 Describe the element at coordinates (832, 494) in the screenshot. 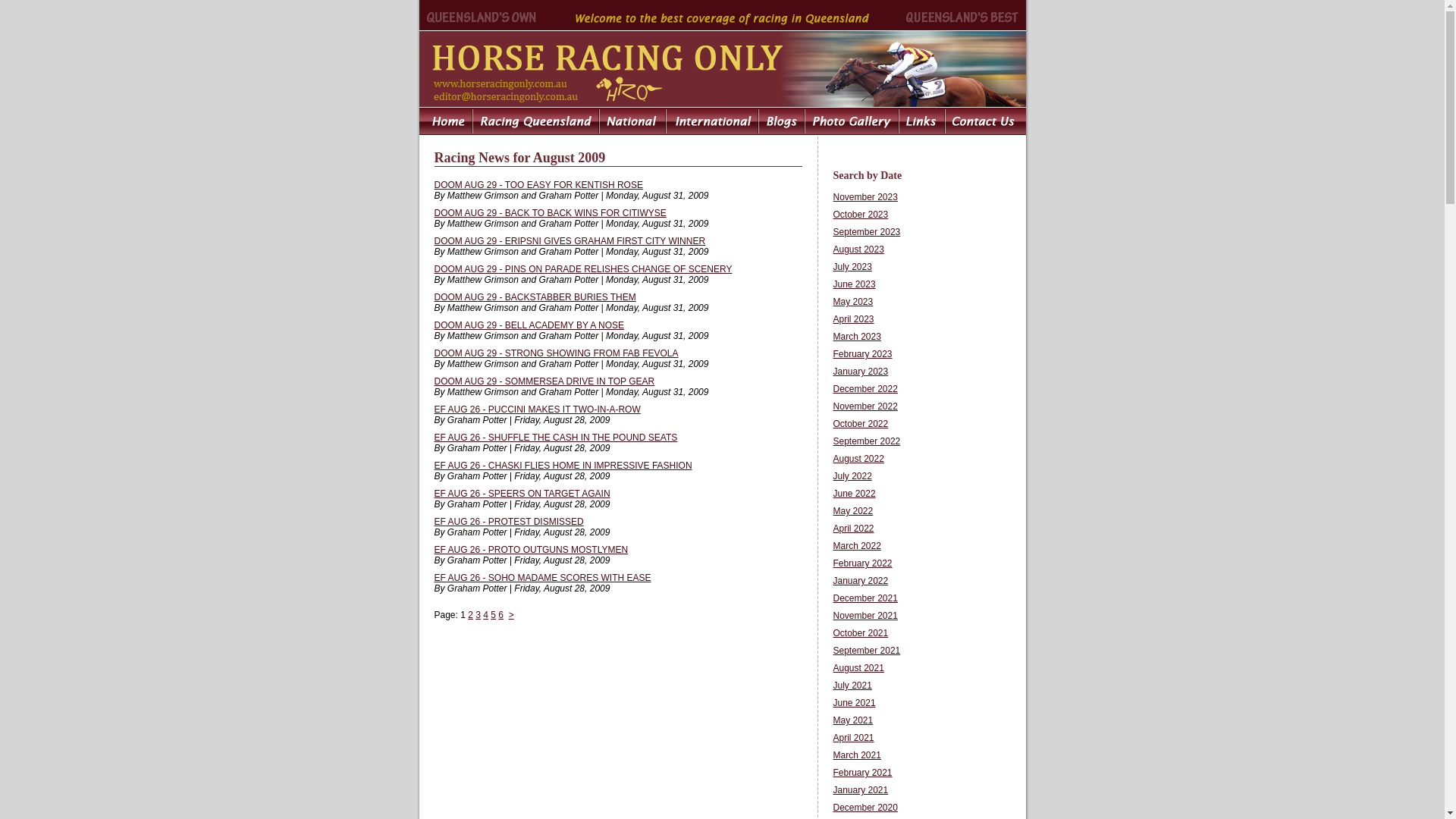

I see `'June 2022'` at that location.